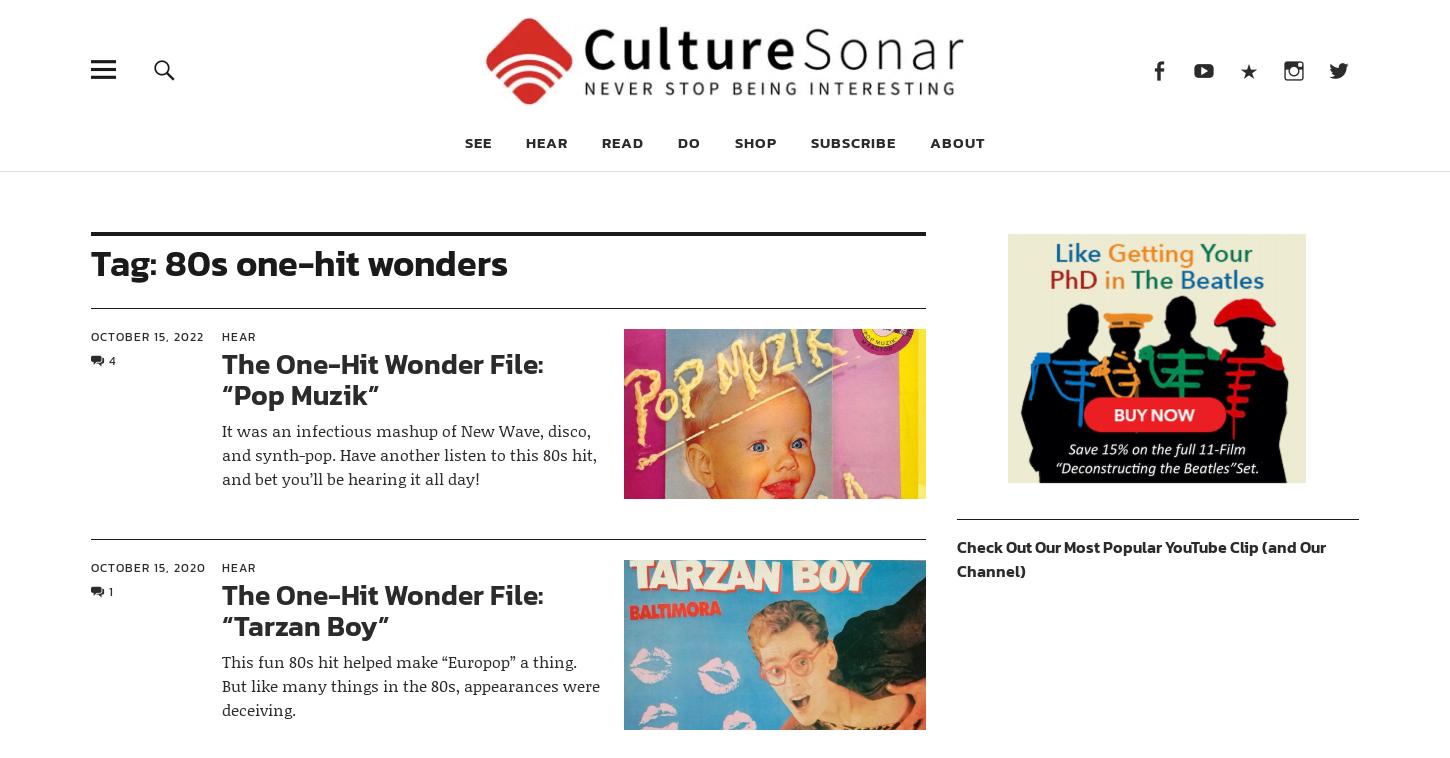 The image size is (1450, 758). I want to click on 'This fun 80s hit helped make “Europop” a thing. But like many things in the 80s, appearances were deceiving.', so click(409, 684).